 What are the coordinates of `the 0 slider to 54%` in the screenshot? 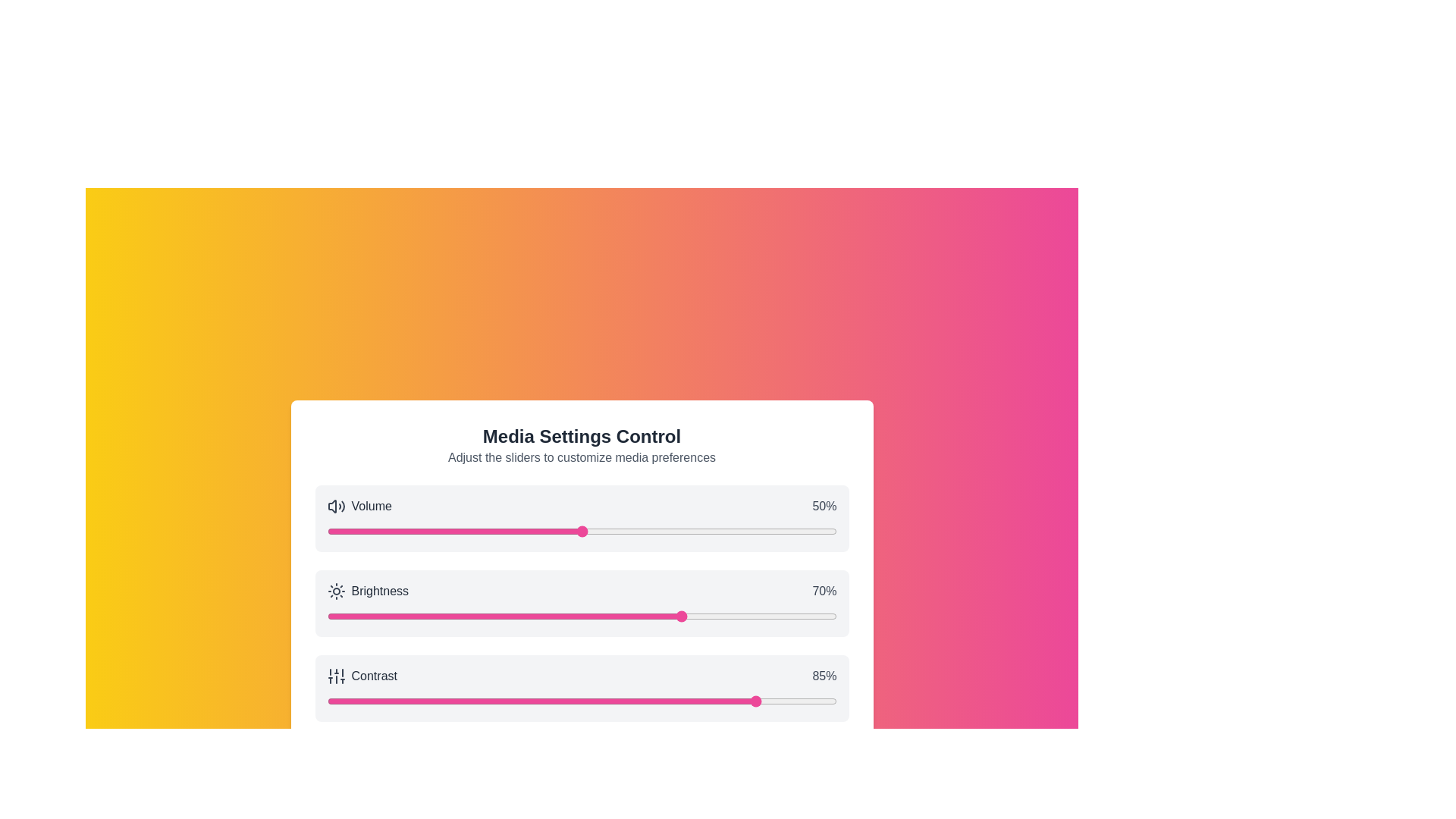 It's located at (601, 531).